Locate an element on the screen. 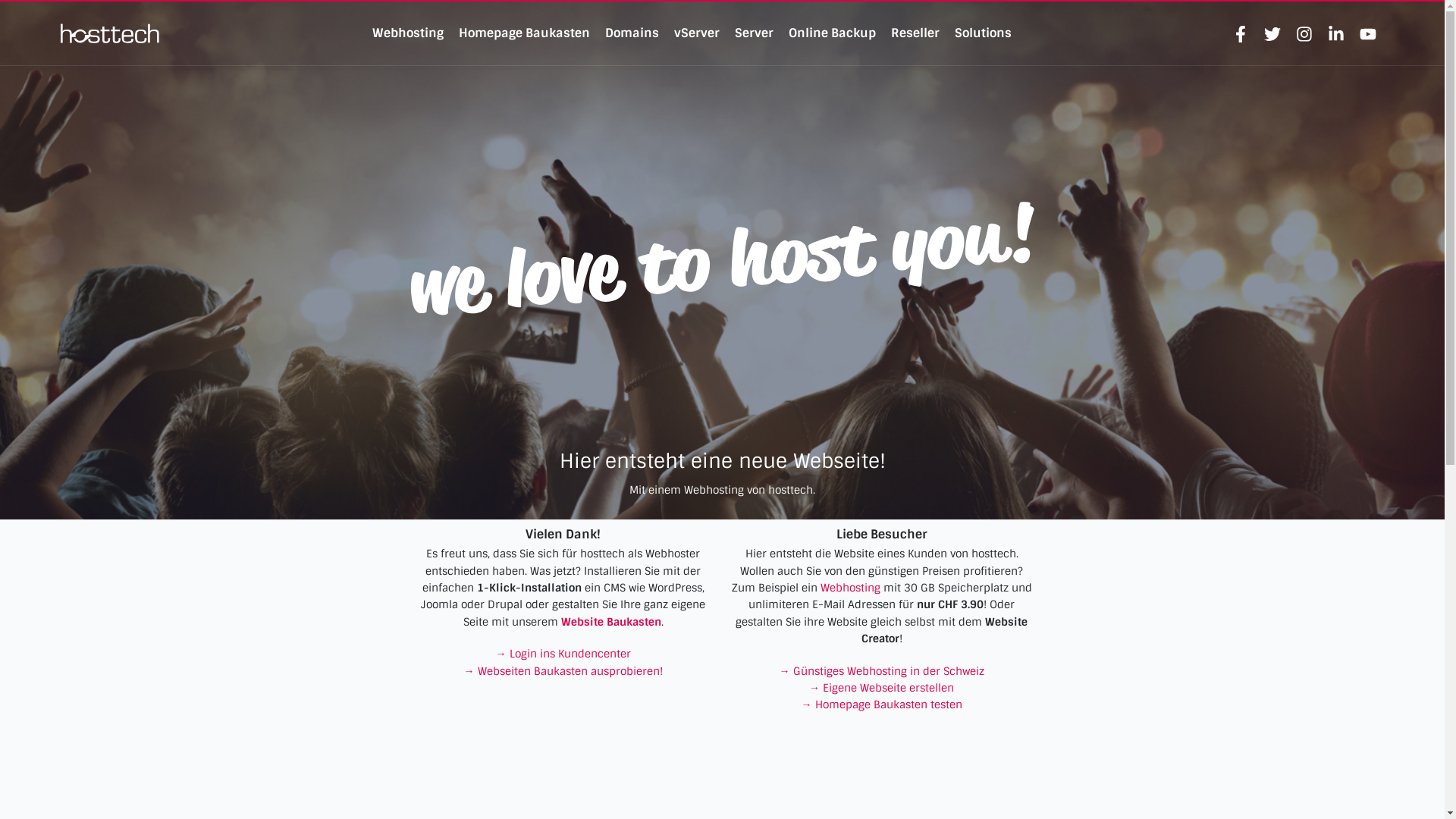  'Webhosting' is located at coordinates (819, 587).